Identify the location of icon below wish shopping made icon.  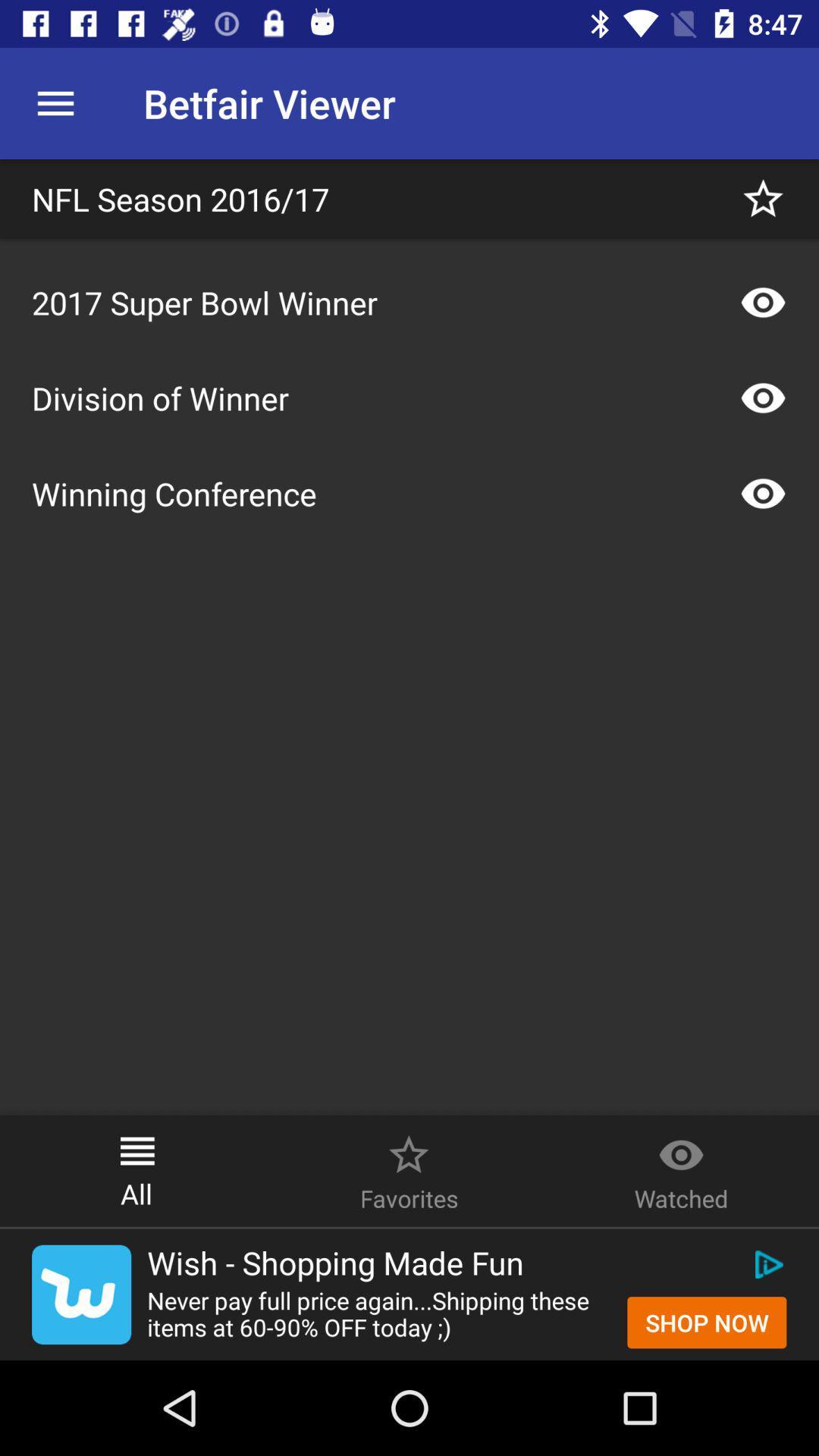
(707, 1322).